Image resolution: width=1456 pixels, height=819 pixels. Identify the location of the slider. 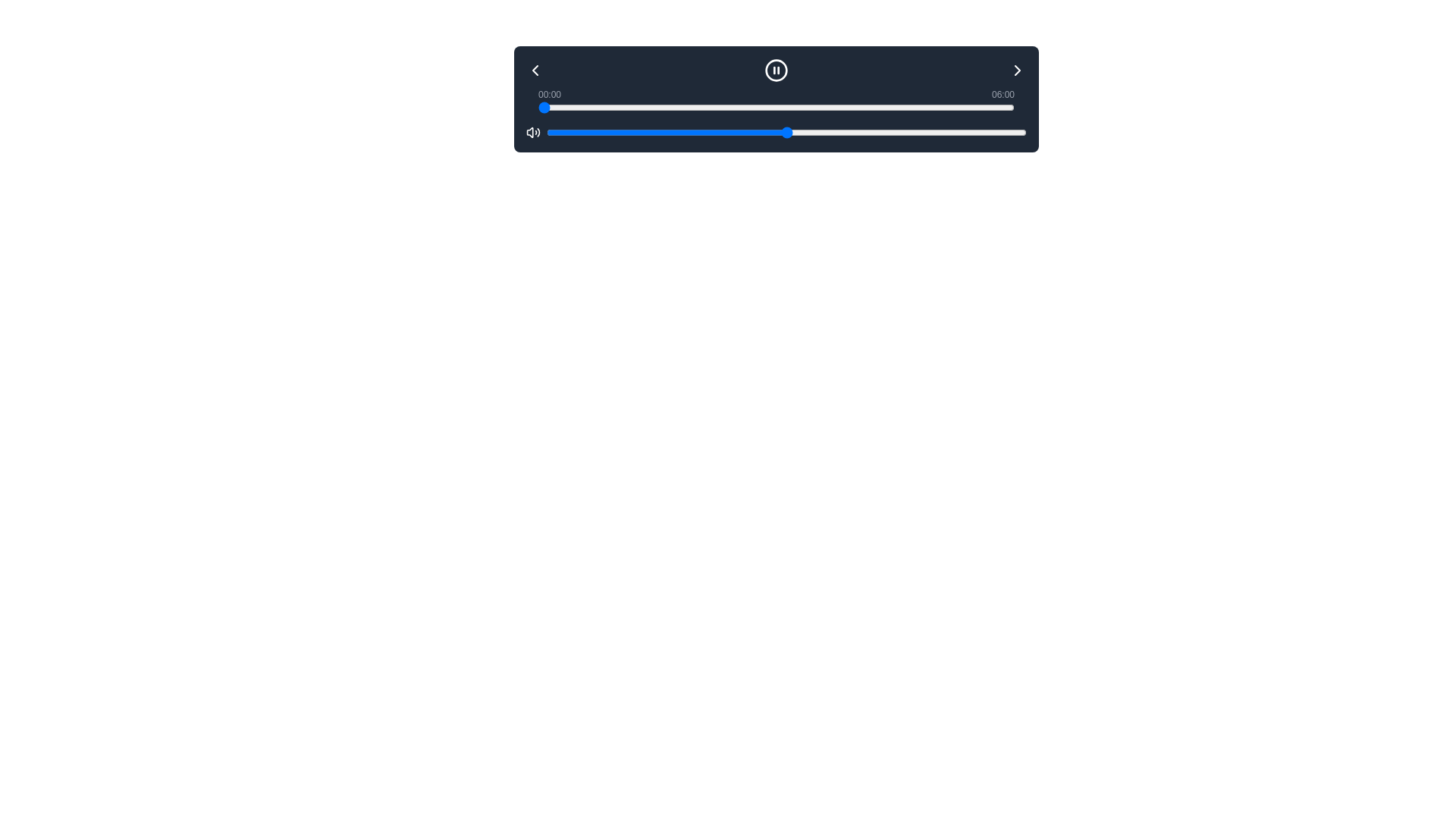
(577, 107).